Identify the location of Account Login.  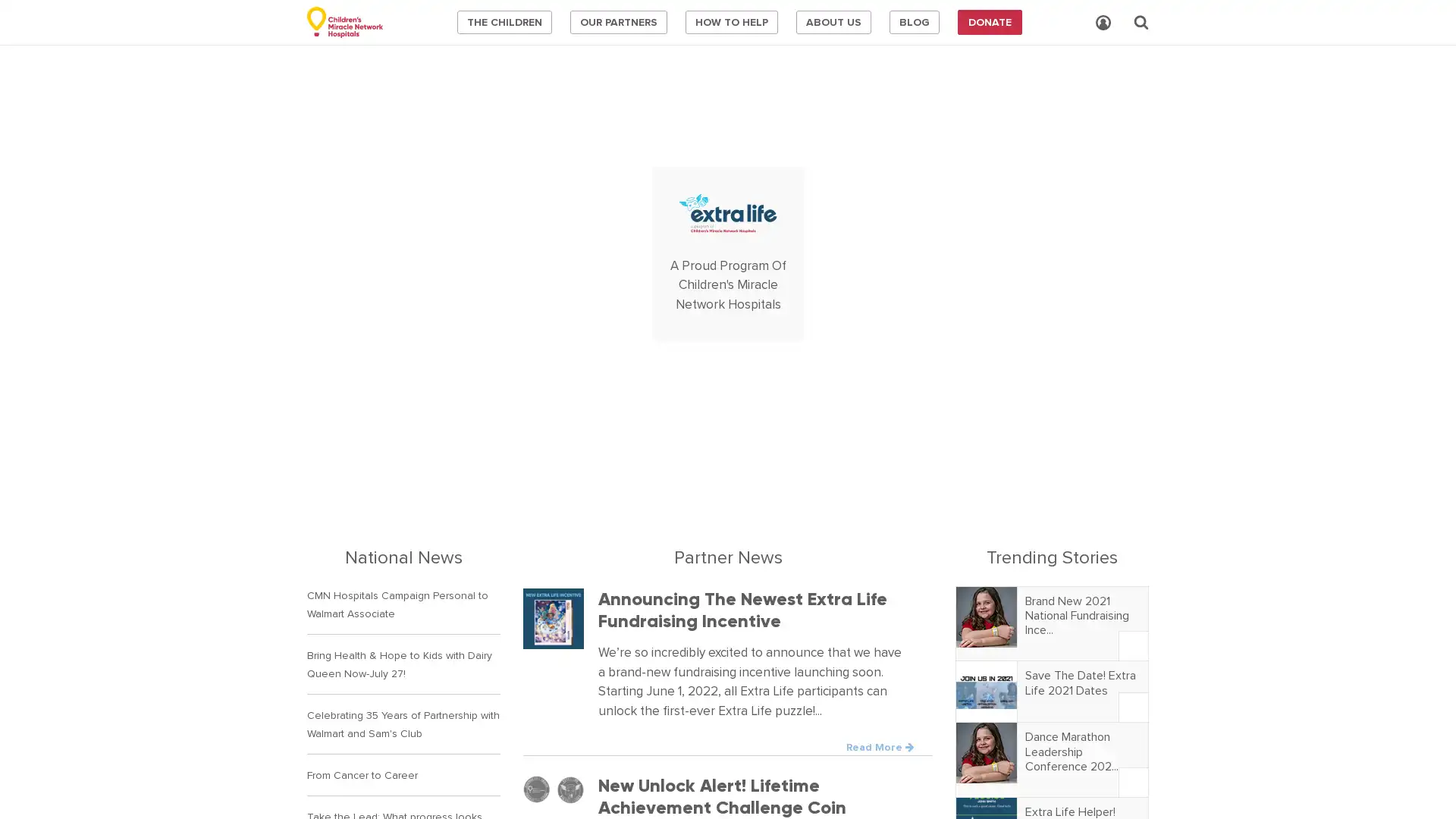
(1103, 23).